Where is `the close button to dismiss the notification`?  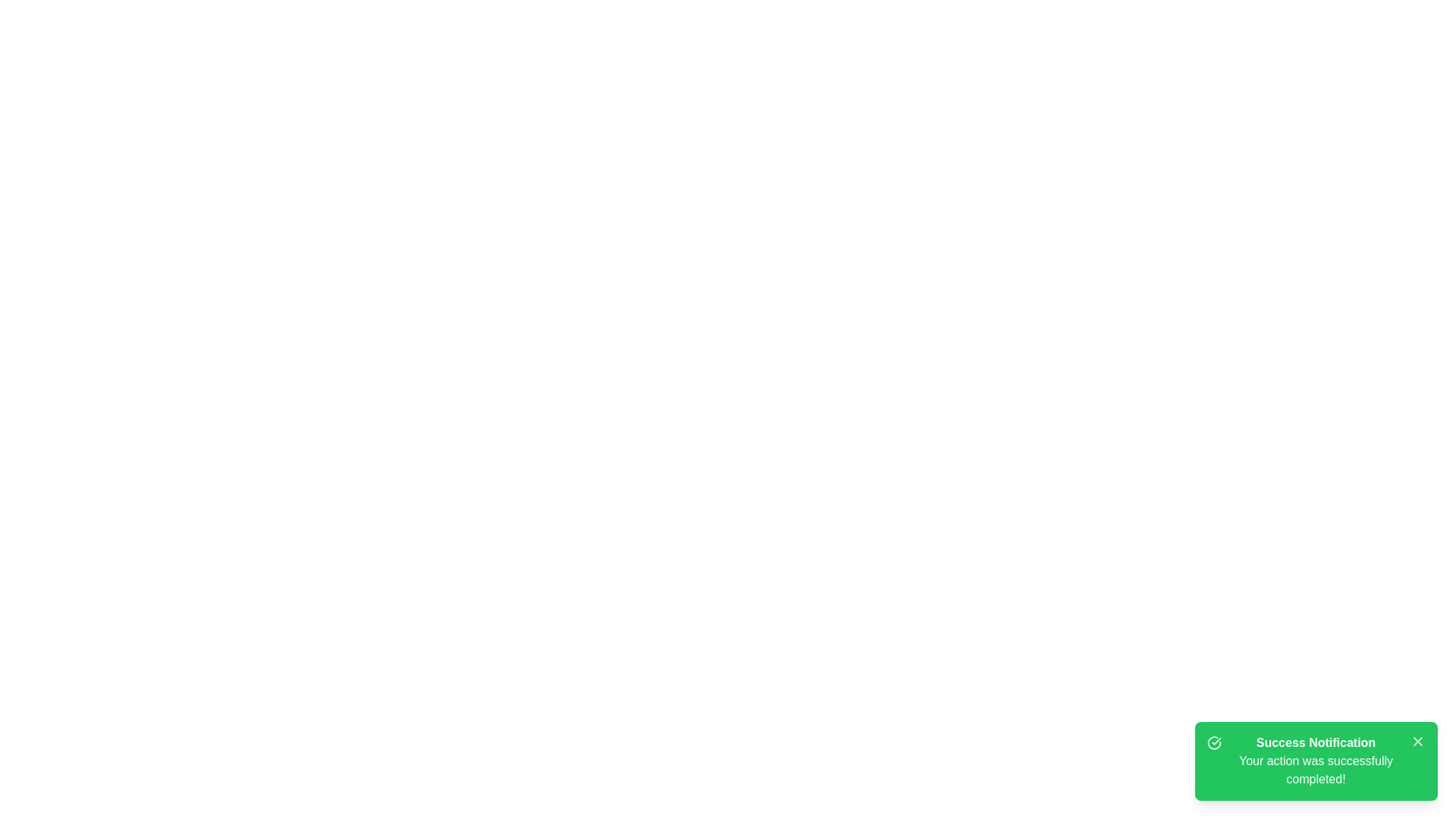
the close button to dismiss the notification is located at coordinates (1417, 741).